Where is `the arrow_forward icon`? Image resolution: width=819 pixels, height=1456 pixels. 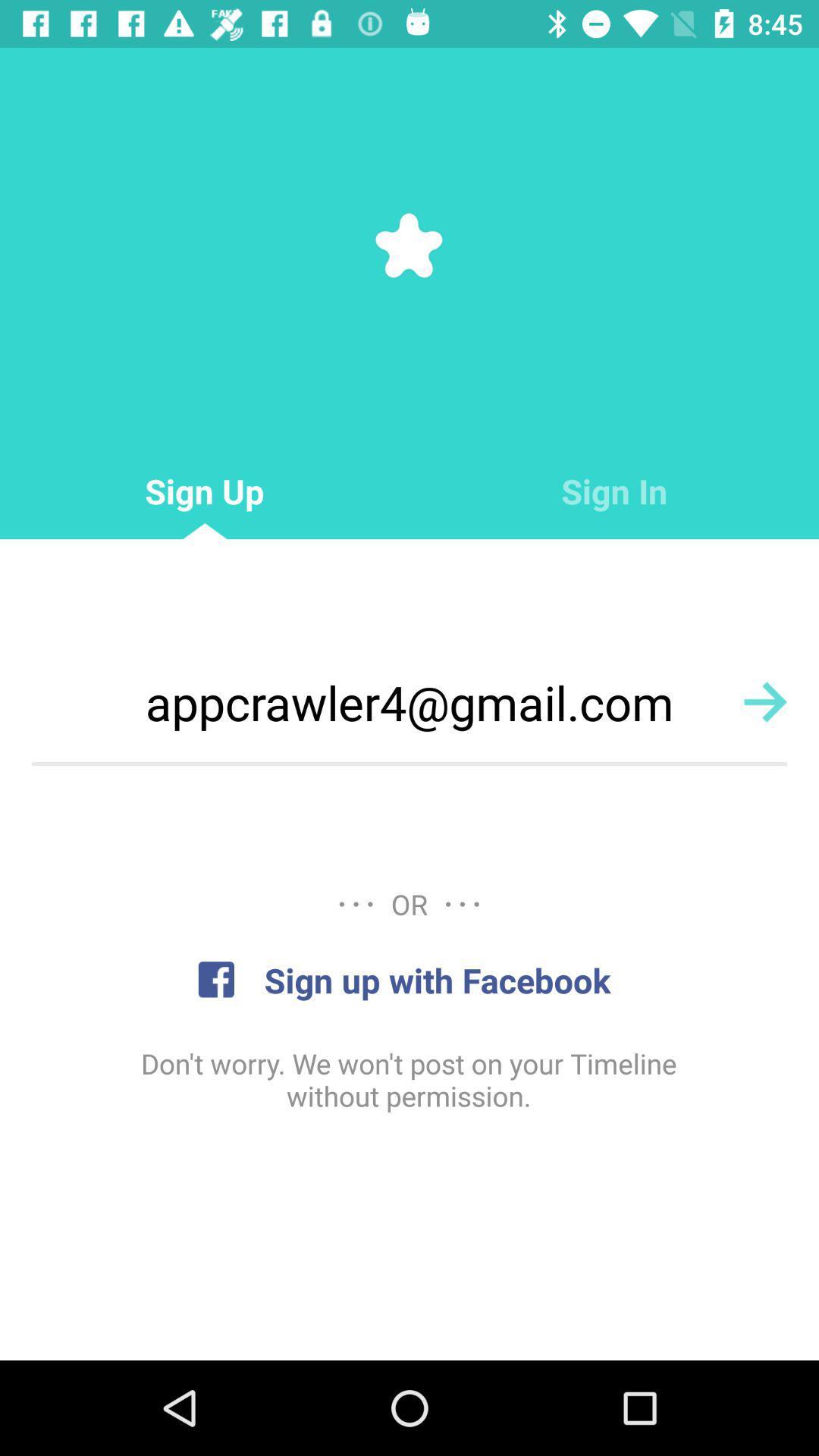 the arrow_forward icon is located at coordinates (765, 701).